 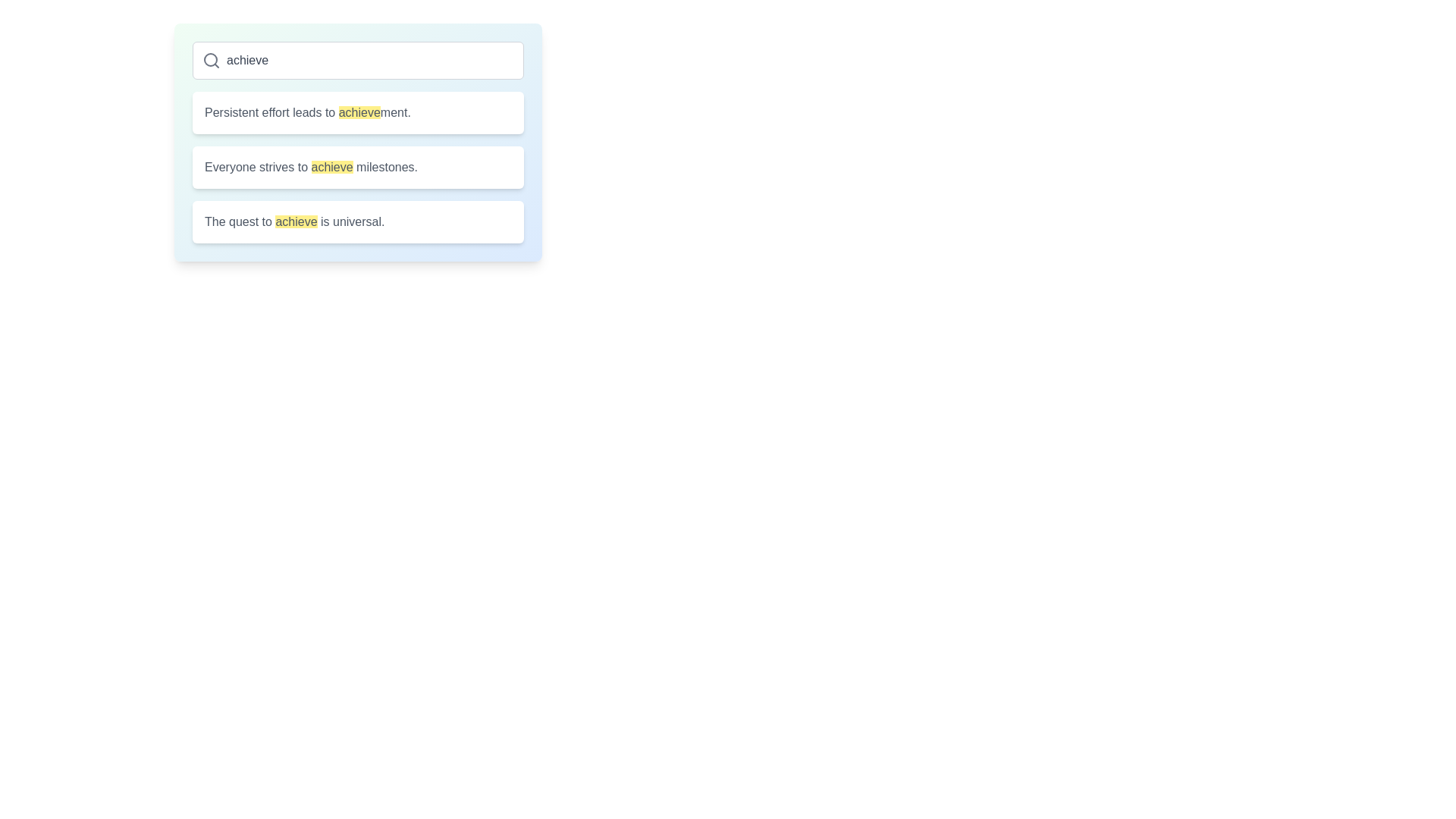 What do you see at coordinates (357, 167) in the screenshot?
I see `the Vertical List Component containing three stylized cards with the highlighted word 'achieve' to observe interaction highlights` at bounding box center [357, 167].